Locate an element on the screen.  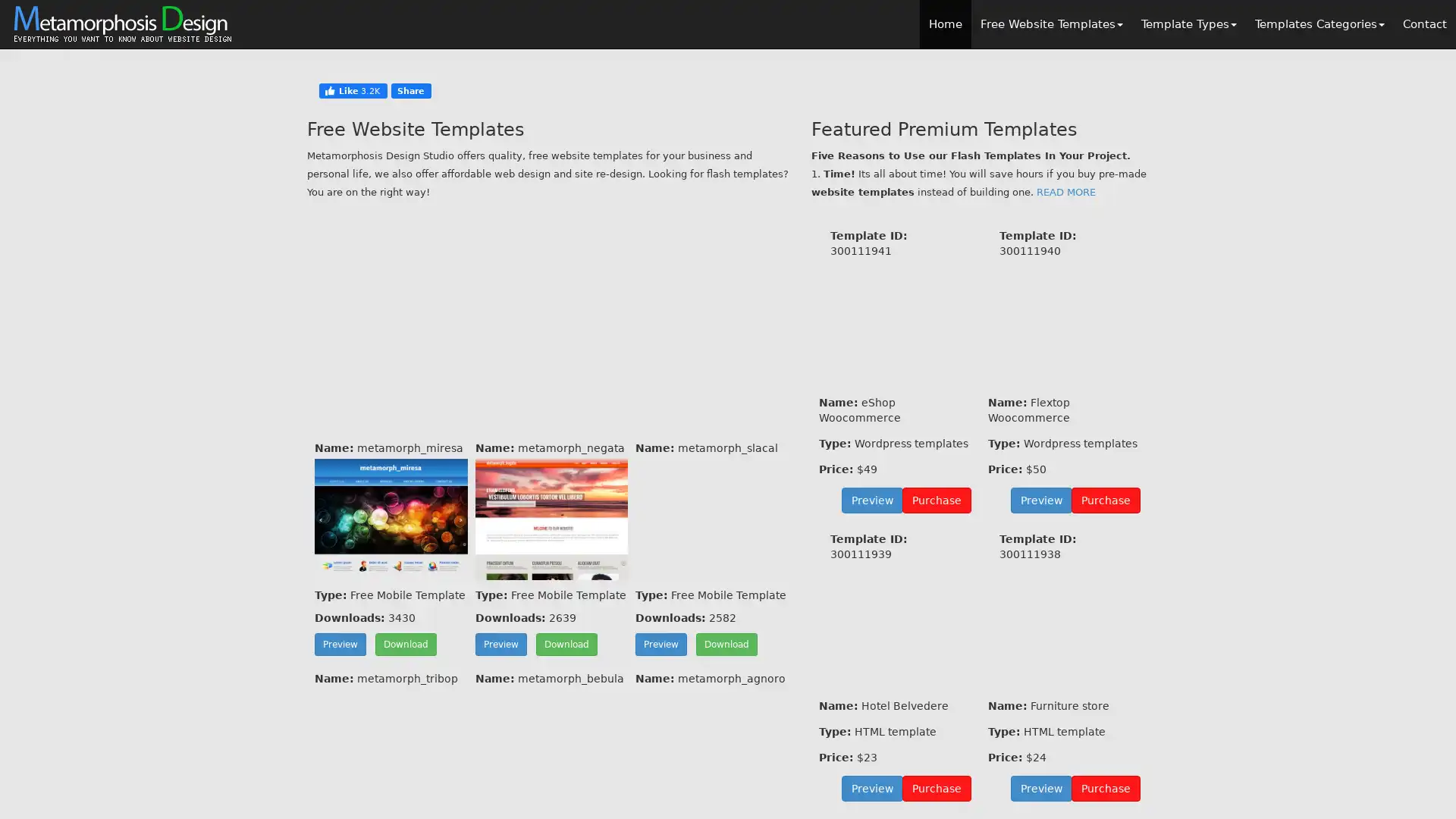
Preview is located at coordinates (500, 644).